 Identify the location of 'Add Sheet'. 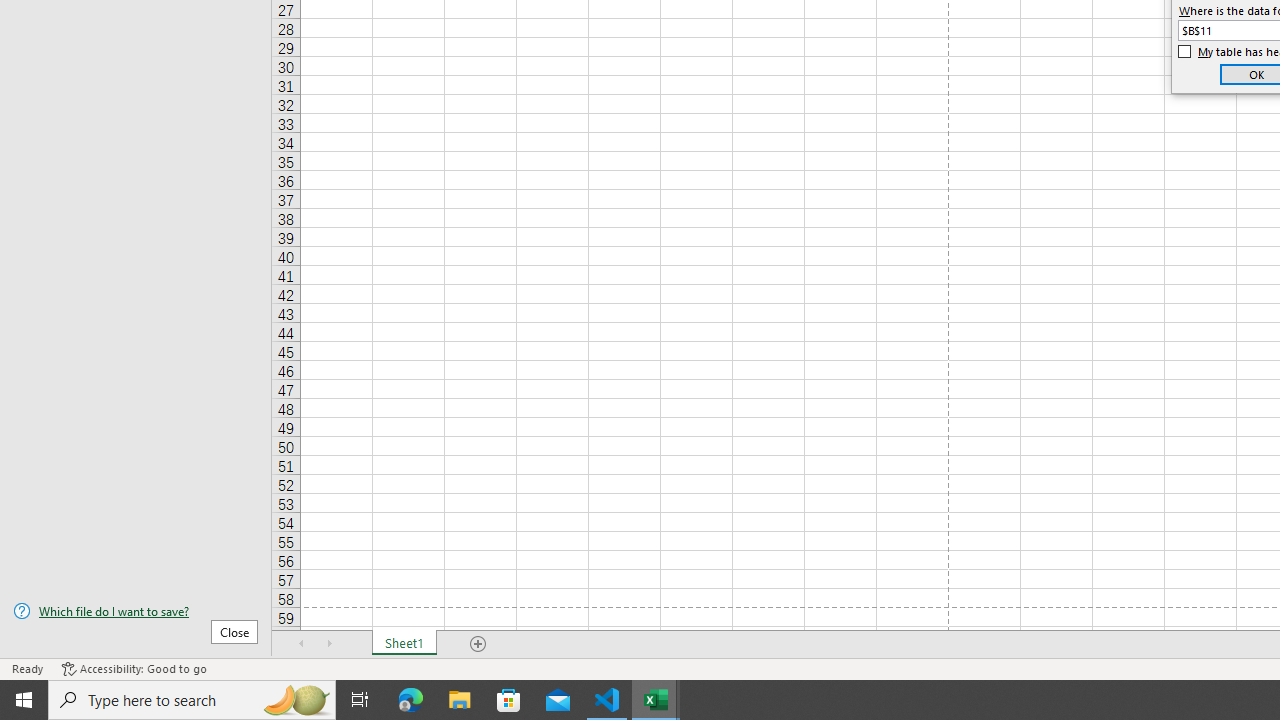
(477, 644).